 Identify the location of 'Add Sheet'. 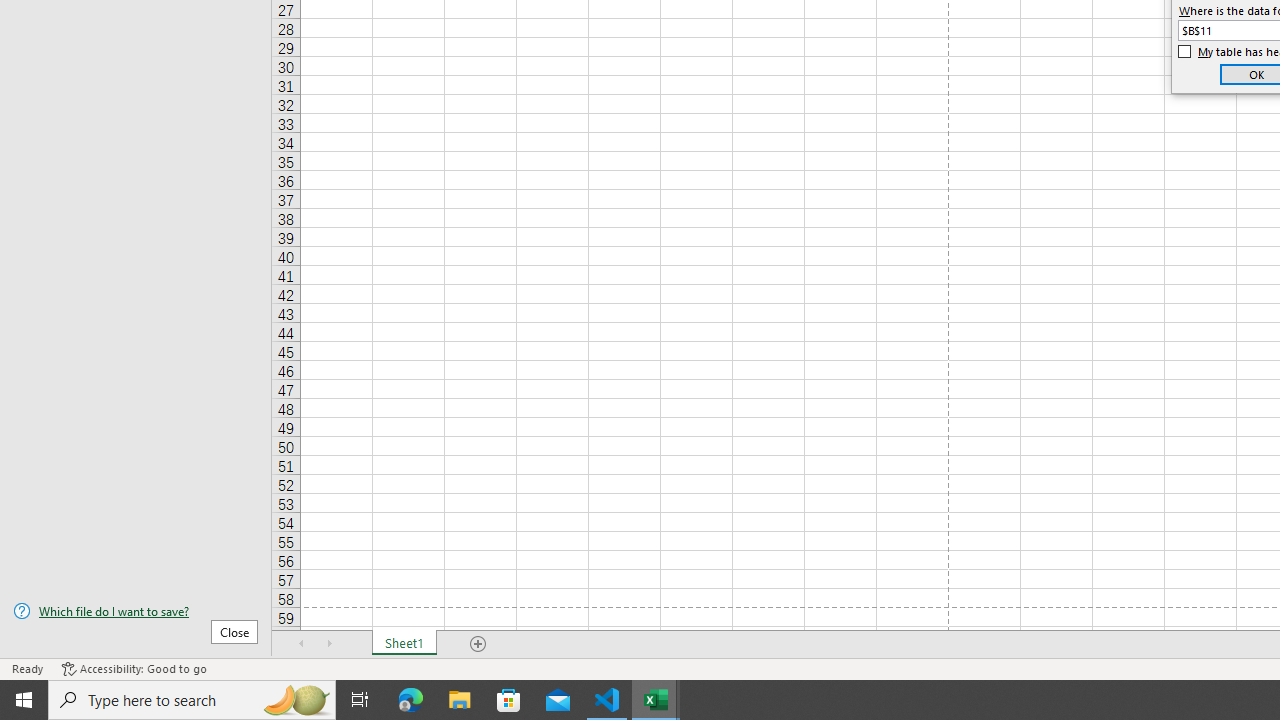
(477, 644).